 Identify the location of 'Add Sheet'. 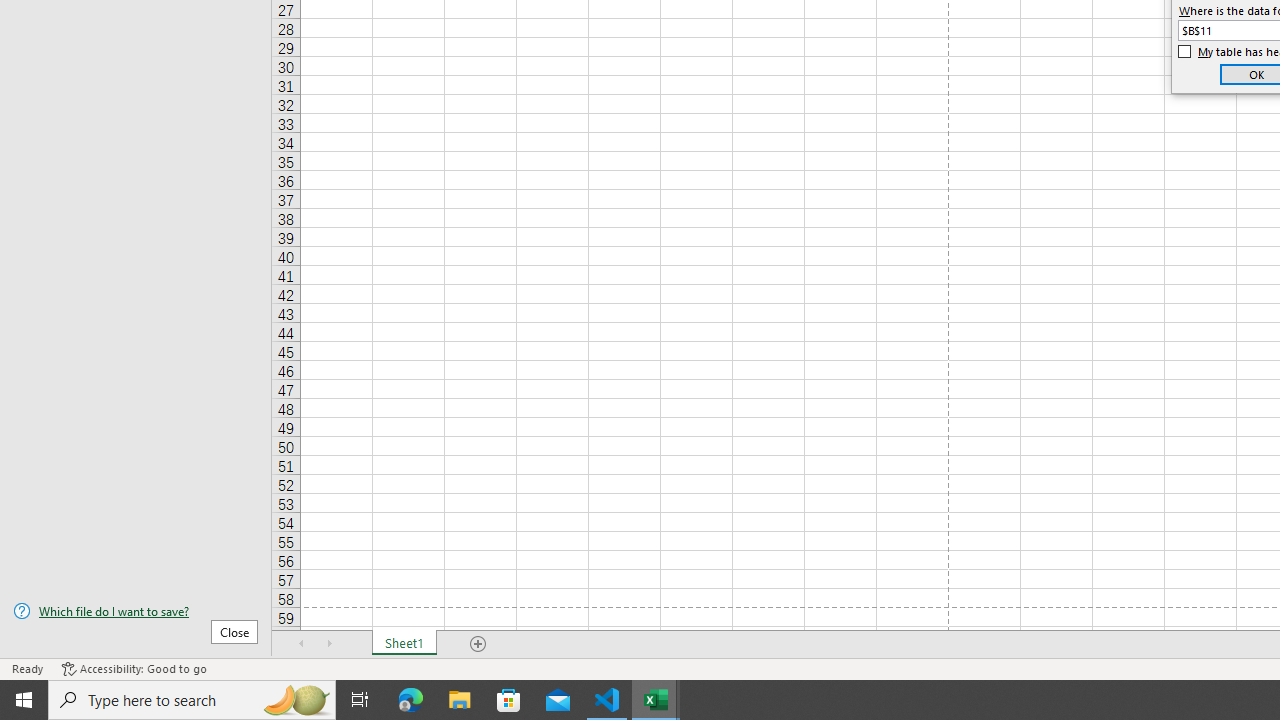
(477, 644).